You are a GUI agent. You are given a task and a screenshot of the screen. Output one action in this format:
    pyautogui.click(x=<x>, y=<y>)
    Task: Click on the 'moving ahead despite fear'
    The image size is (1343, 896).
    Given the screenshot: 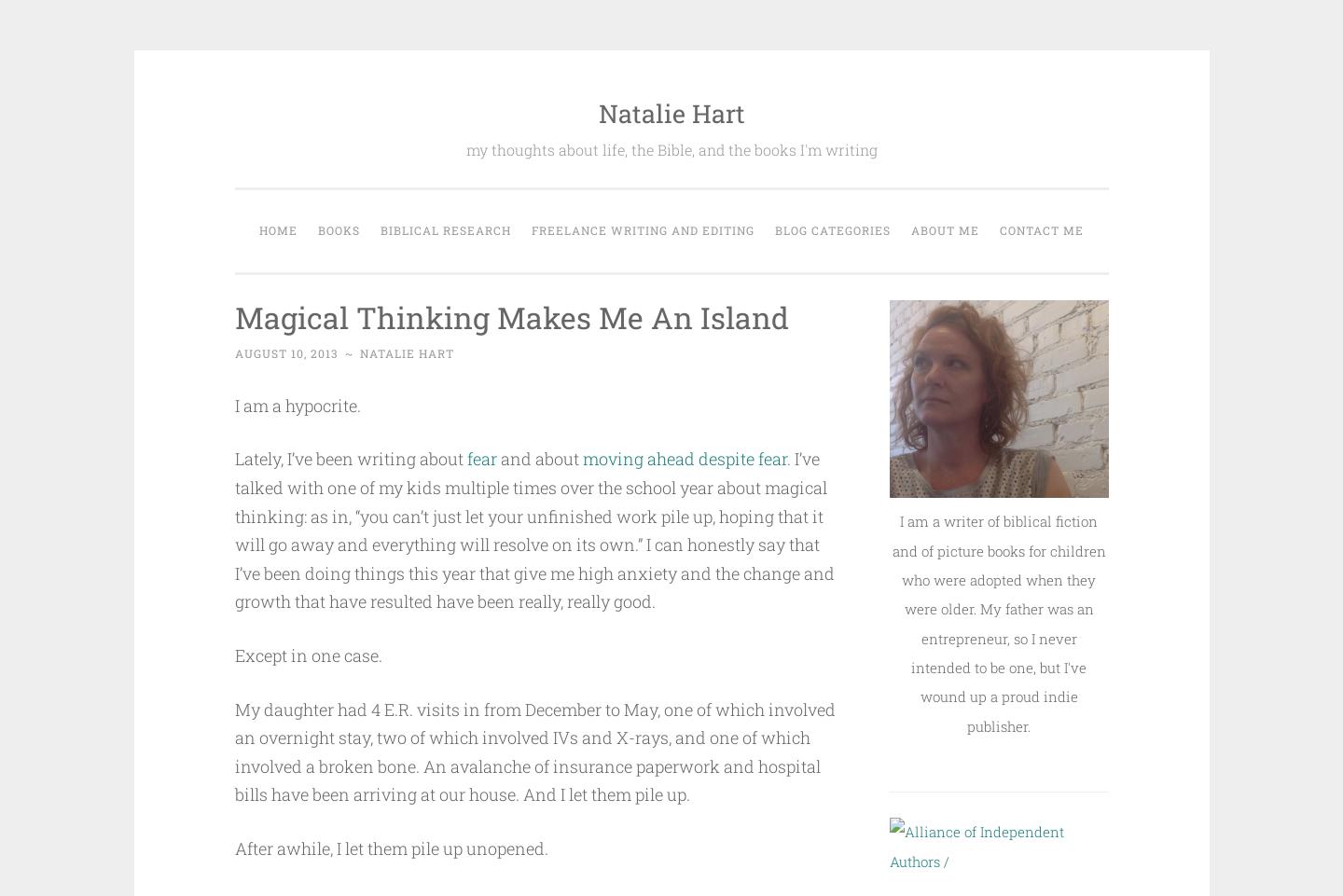 What is the action you would take?
    pyautogui.click(x=580, y=459)
    